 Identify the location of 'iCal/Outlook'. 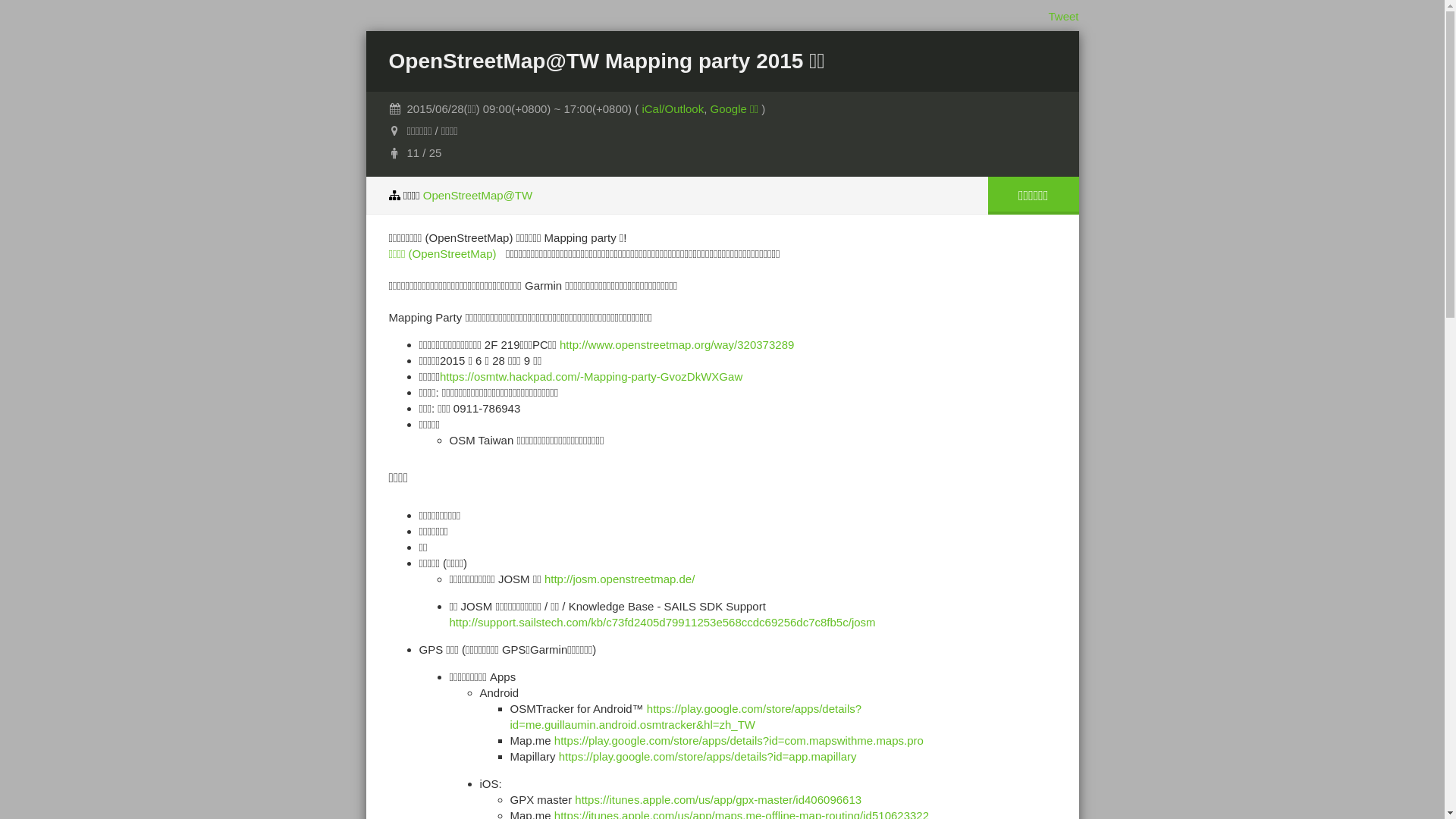
(641, 108).